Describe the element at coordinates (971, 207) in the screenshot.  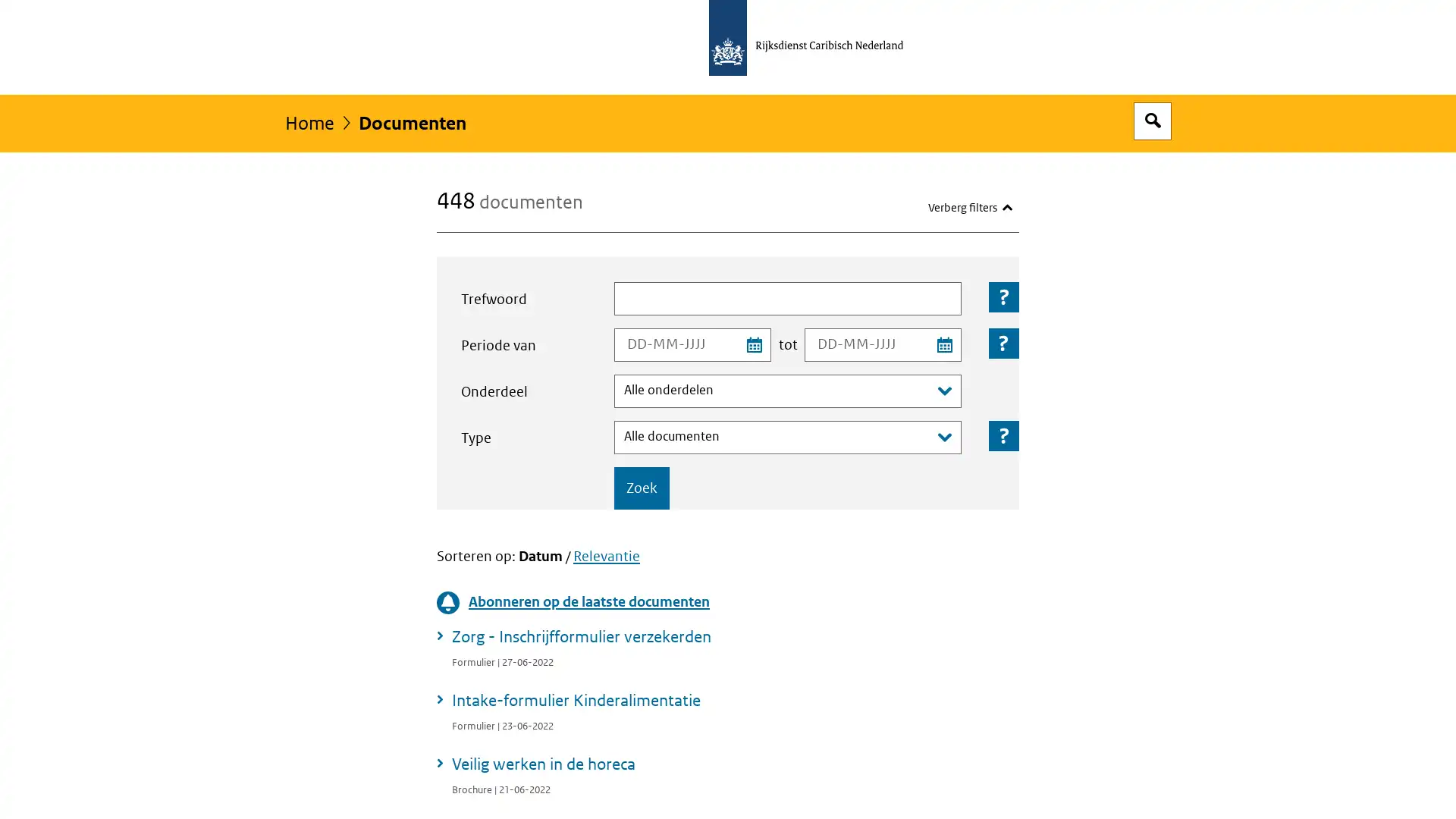
I see `Verberg filters` at that location.